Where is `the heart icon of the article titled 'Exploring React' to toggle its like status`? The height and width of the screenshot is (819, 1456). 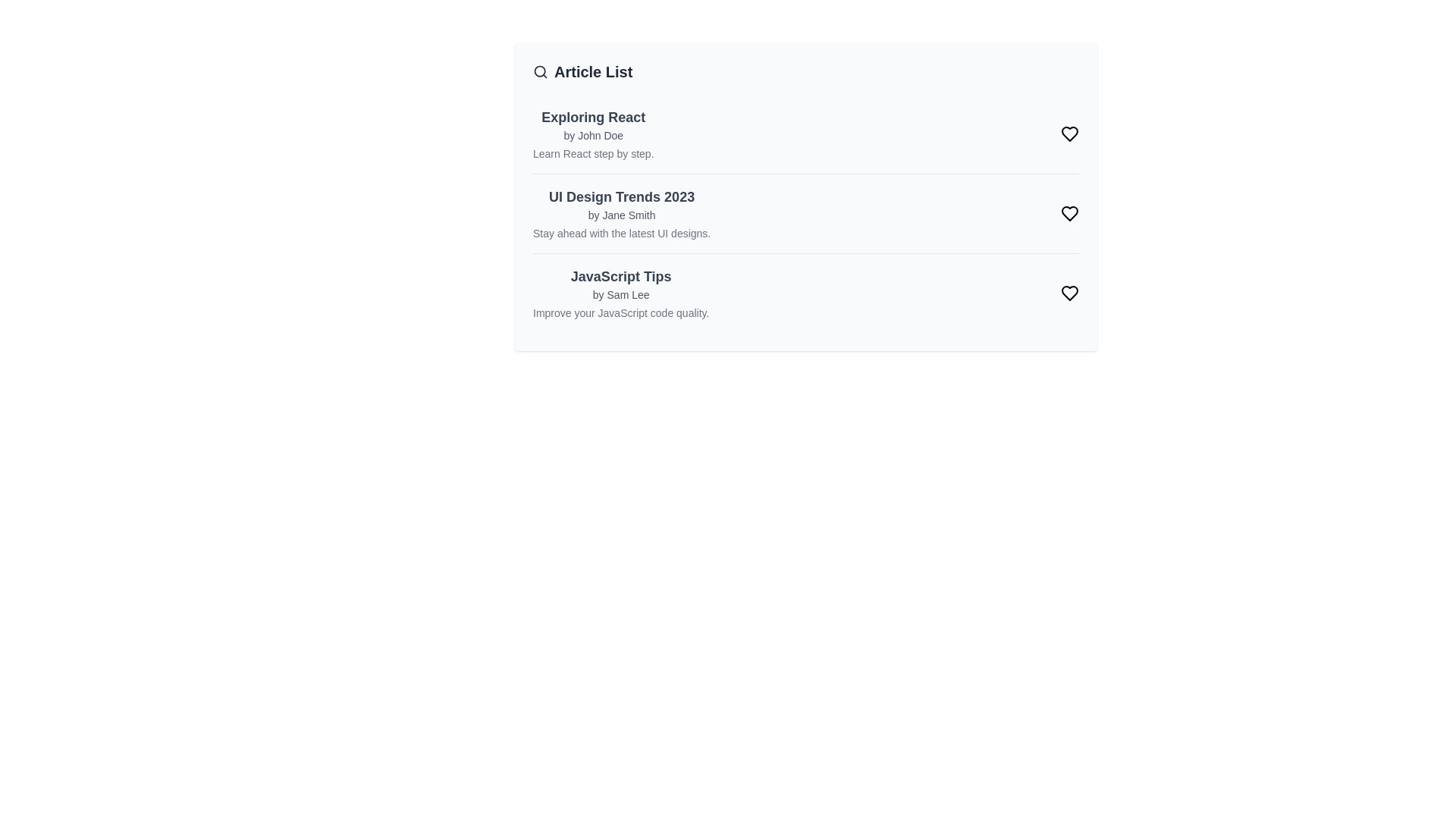
the heart icon of the article titled 'Exploring React' to toggle its like status is located at coordinates (1069, 133).